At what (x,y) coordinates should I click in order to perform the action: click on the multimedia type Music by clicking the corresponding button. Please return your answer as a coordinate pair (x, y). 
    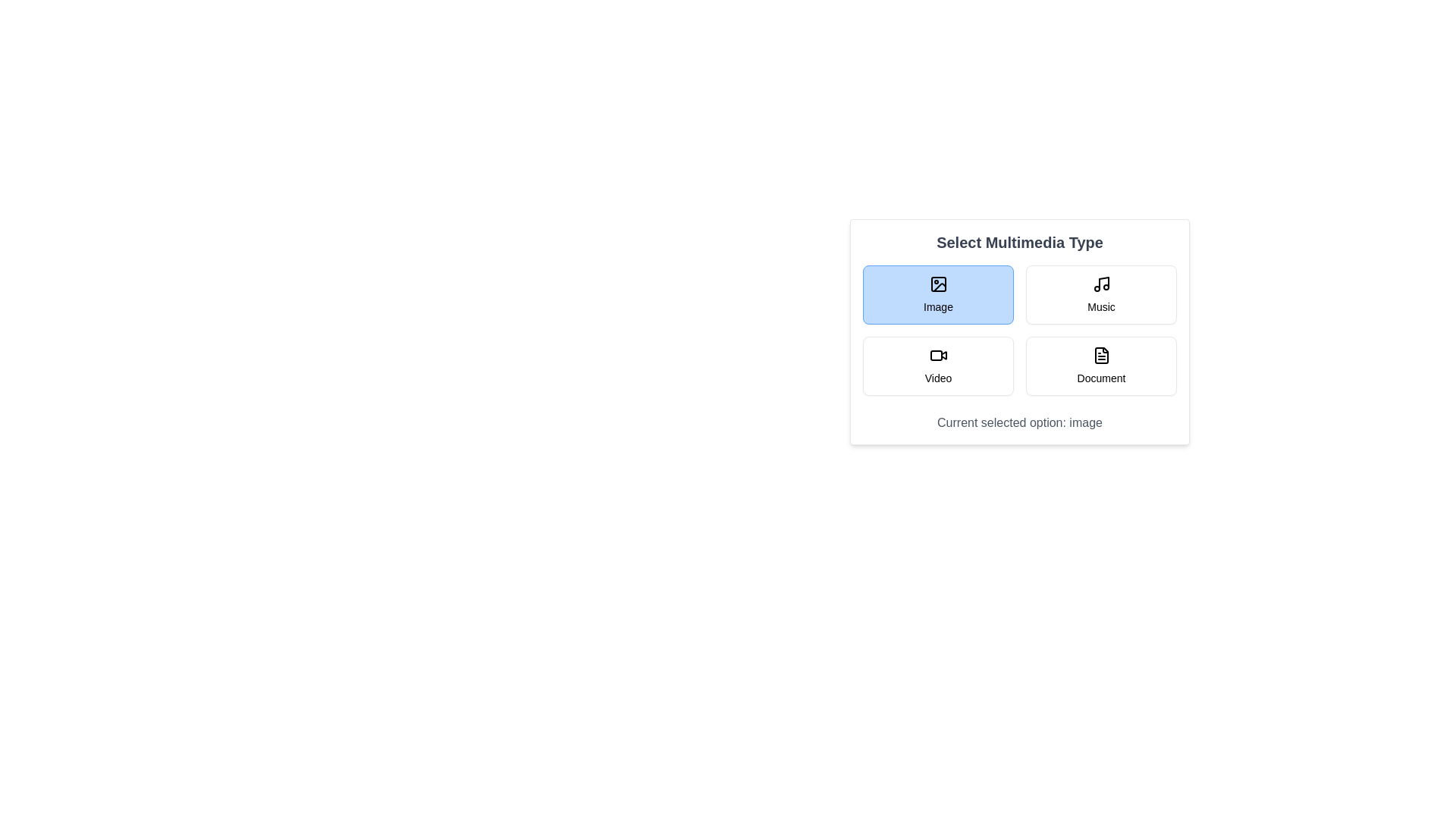
    Looking at the image, I should click on (1101, 295).